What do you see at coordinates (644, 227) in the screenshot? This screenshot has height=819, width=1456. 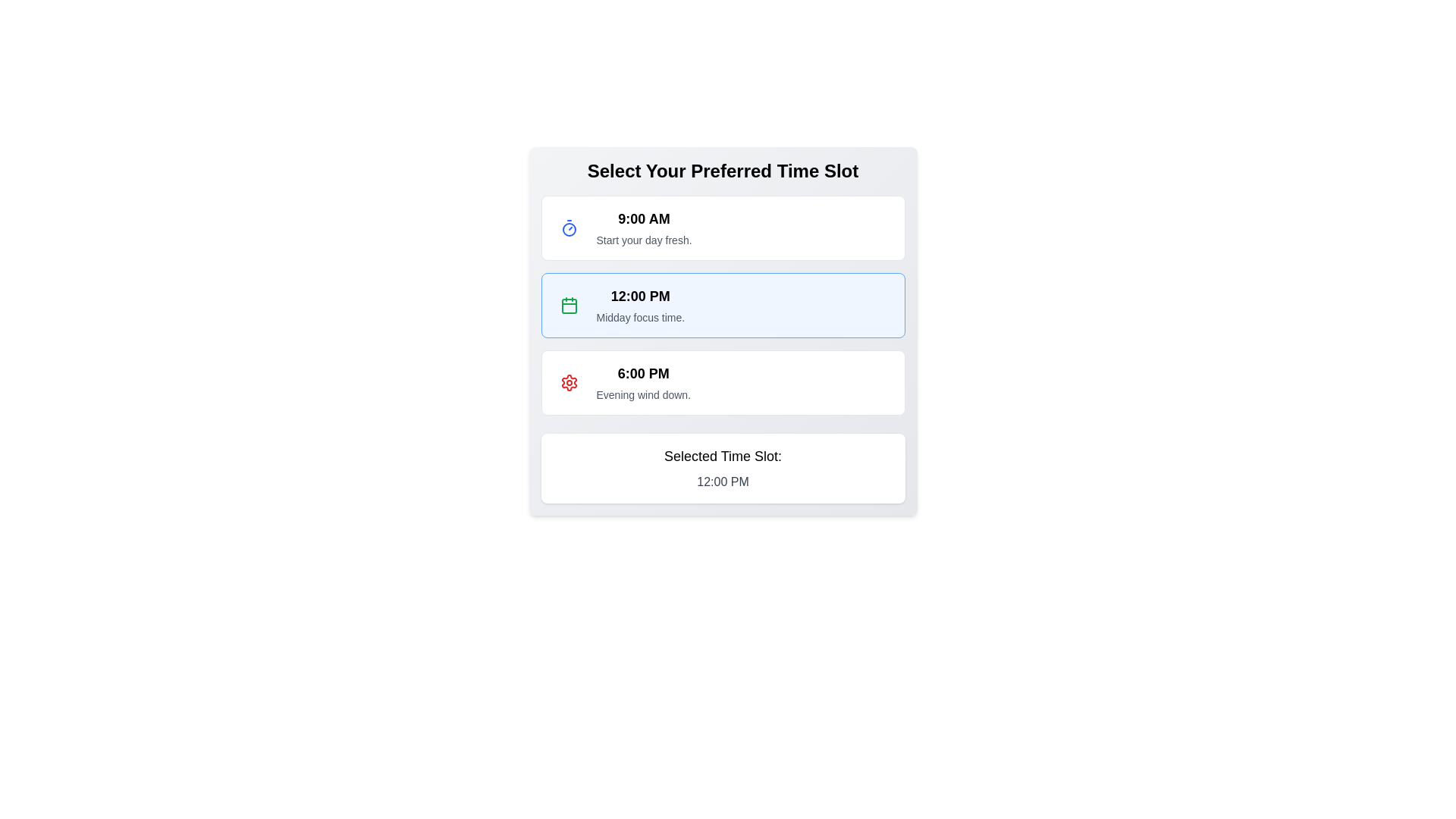 I see `the text block displaying '9:00 AM'` at bounding box center [644, 227].